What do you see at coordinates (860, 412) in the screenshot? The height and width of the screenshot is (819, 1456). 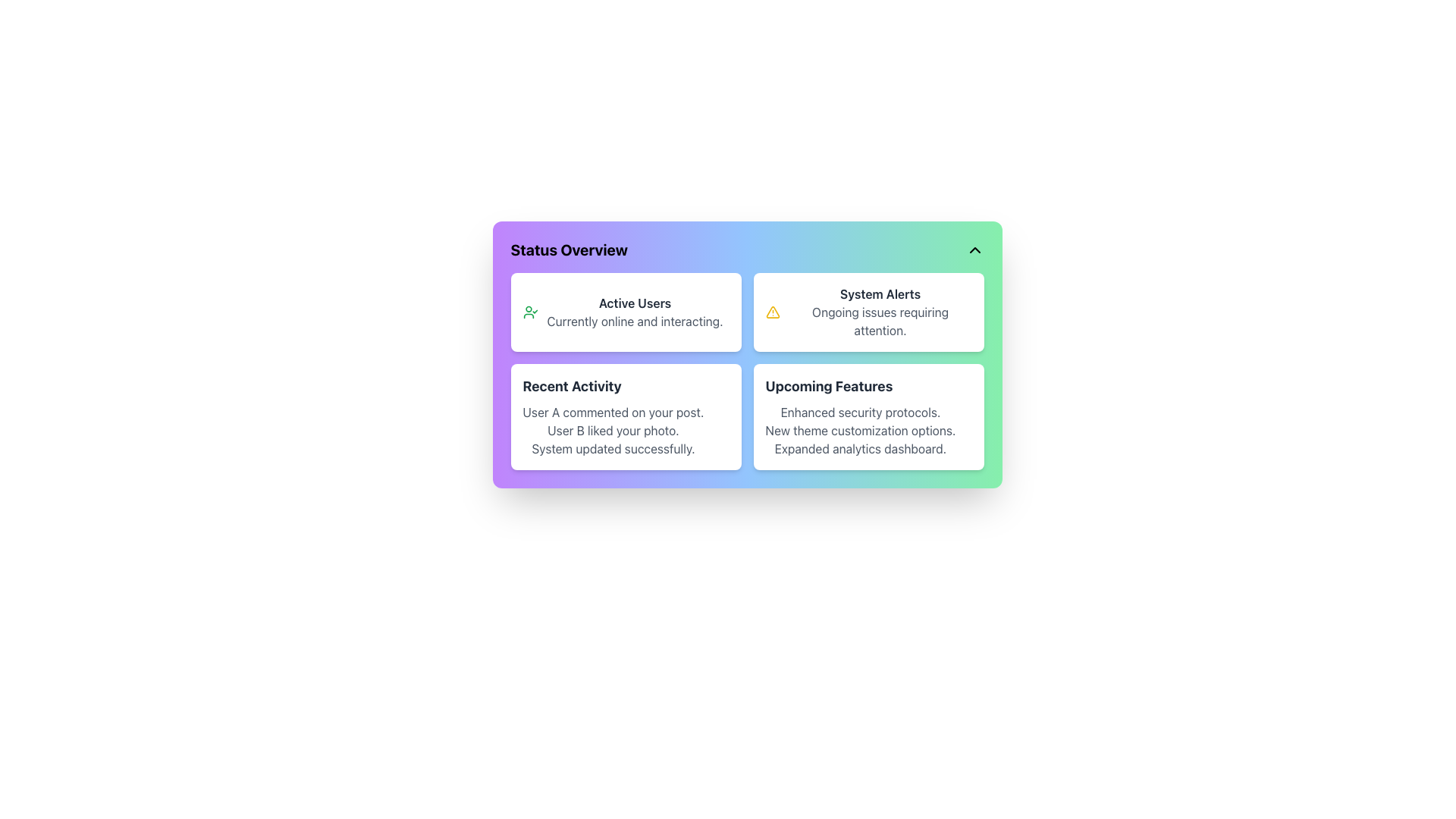 I see `the topmost text label in the vertically aligned list under the 'Upcoming Features' card, which conveys a feature update about enhanced security protocols` at bounding box center [860, 412].